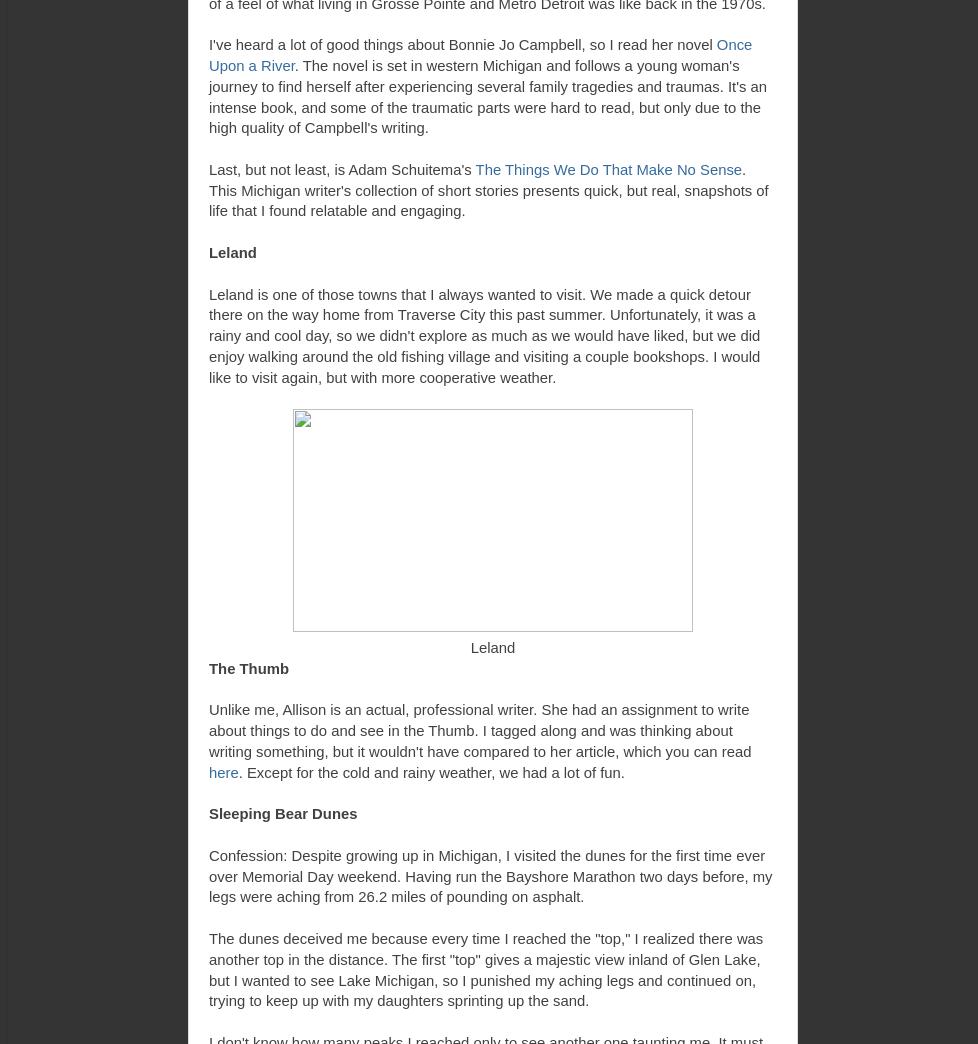  I want to click on '. This Michigan writer's collection of short stories presents quick, but real, snapshots of life that I found relatable and engaging.', so click(208, 189).